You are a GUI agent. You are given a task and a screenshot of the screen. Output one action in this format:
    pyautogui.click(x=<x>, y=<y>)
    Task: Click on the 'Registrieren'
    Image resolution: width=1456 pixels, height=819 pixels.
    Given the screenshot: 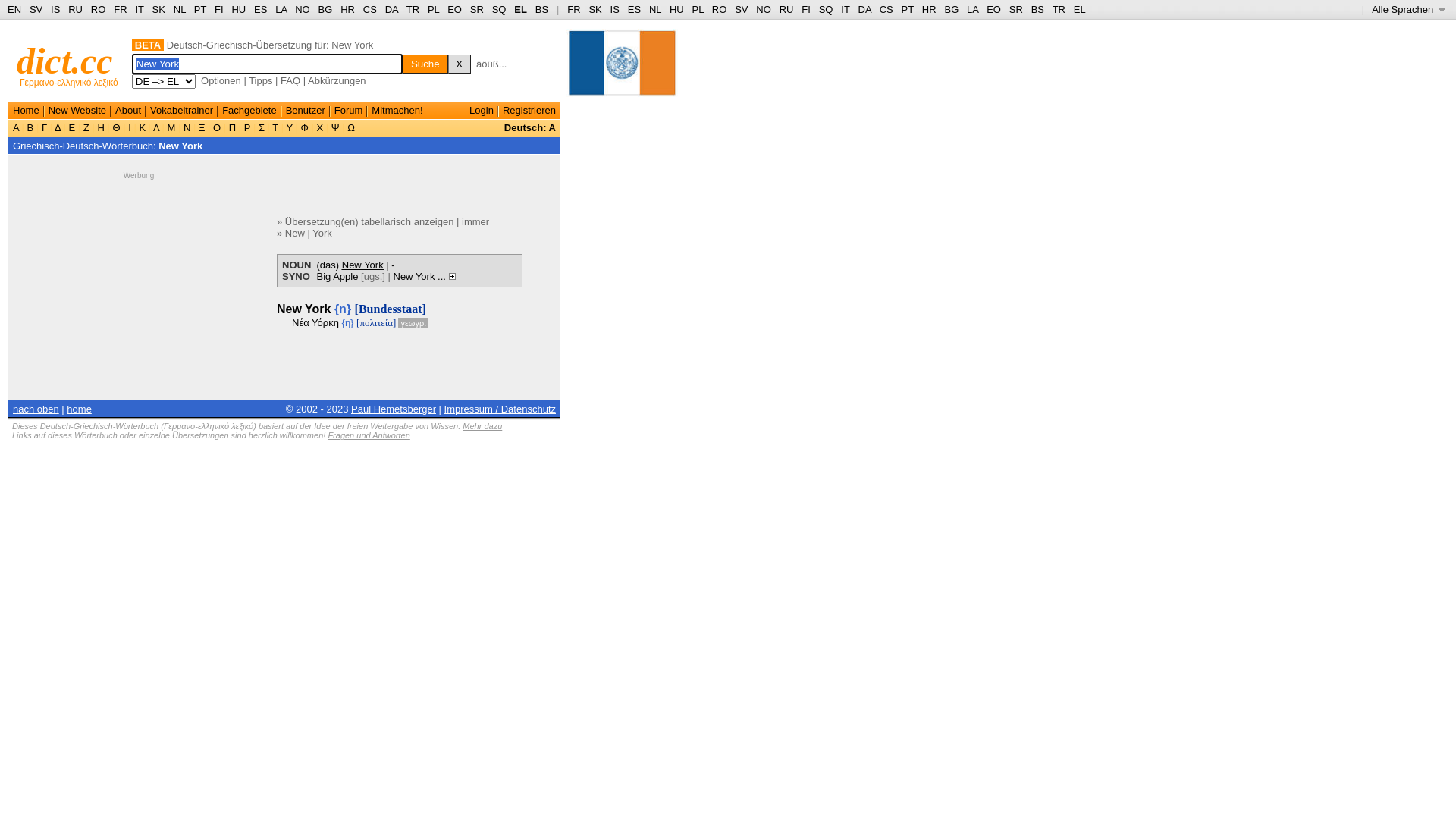 What is the action you would take?
    pyautogui.click(x=502, y=109)
    